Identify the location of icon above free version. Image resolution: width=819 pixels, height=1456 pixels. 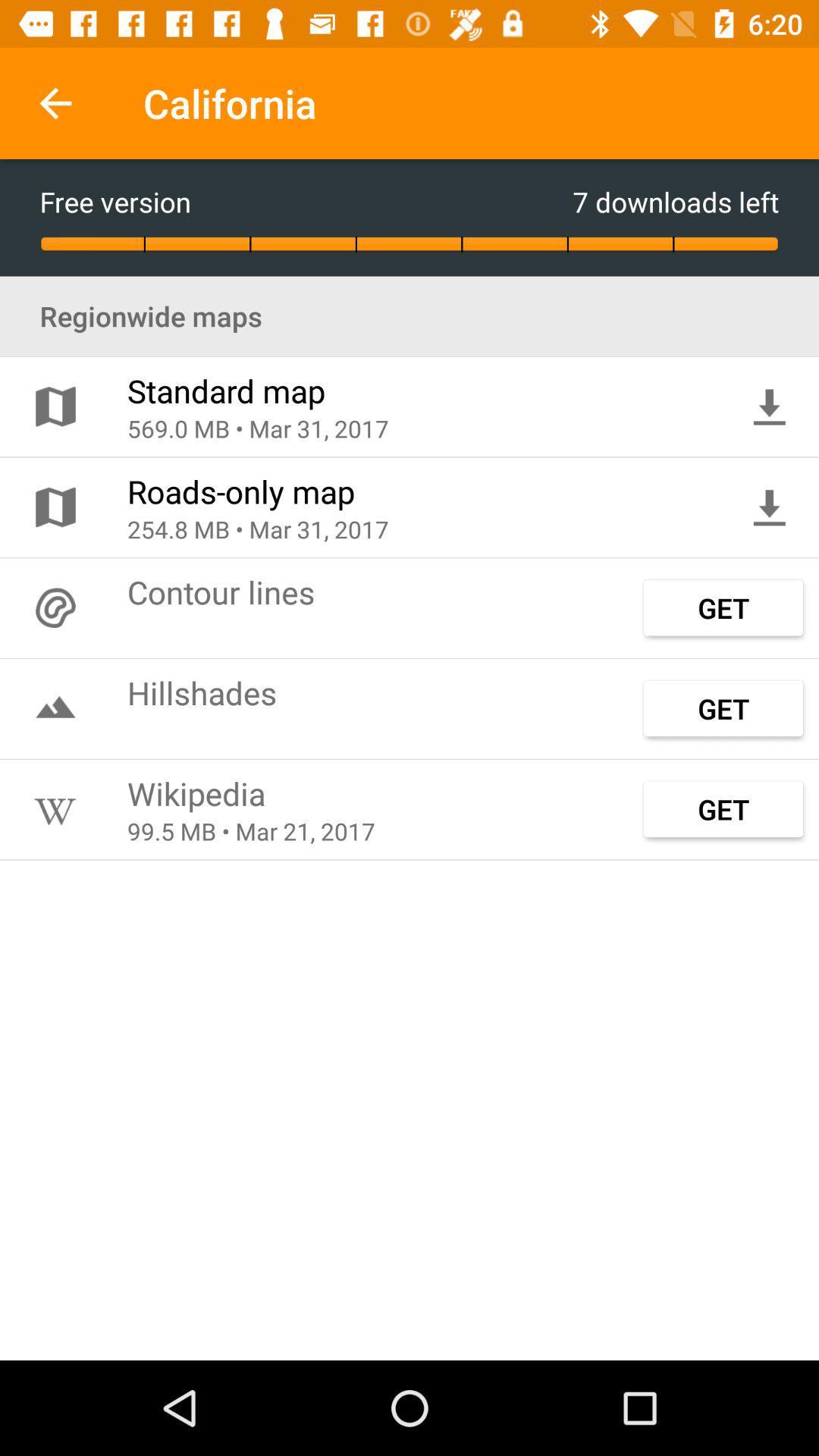
(55, 102).